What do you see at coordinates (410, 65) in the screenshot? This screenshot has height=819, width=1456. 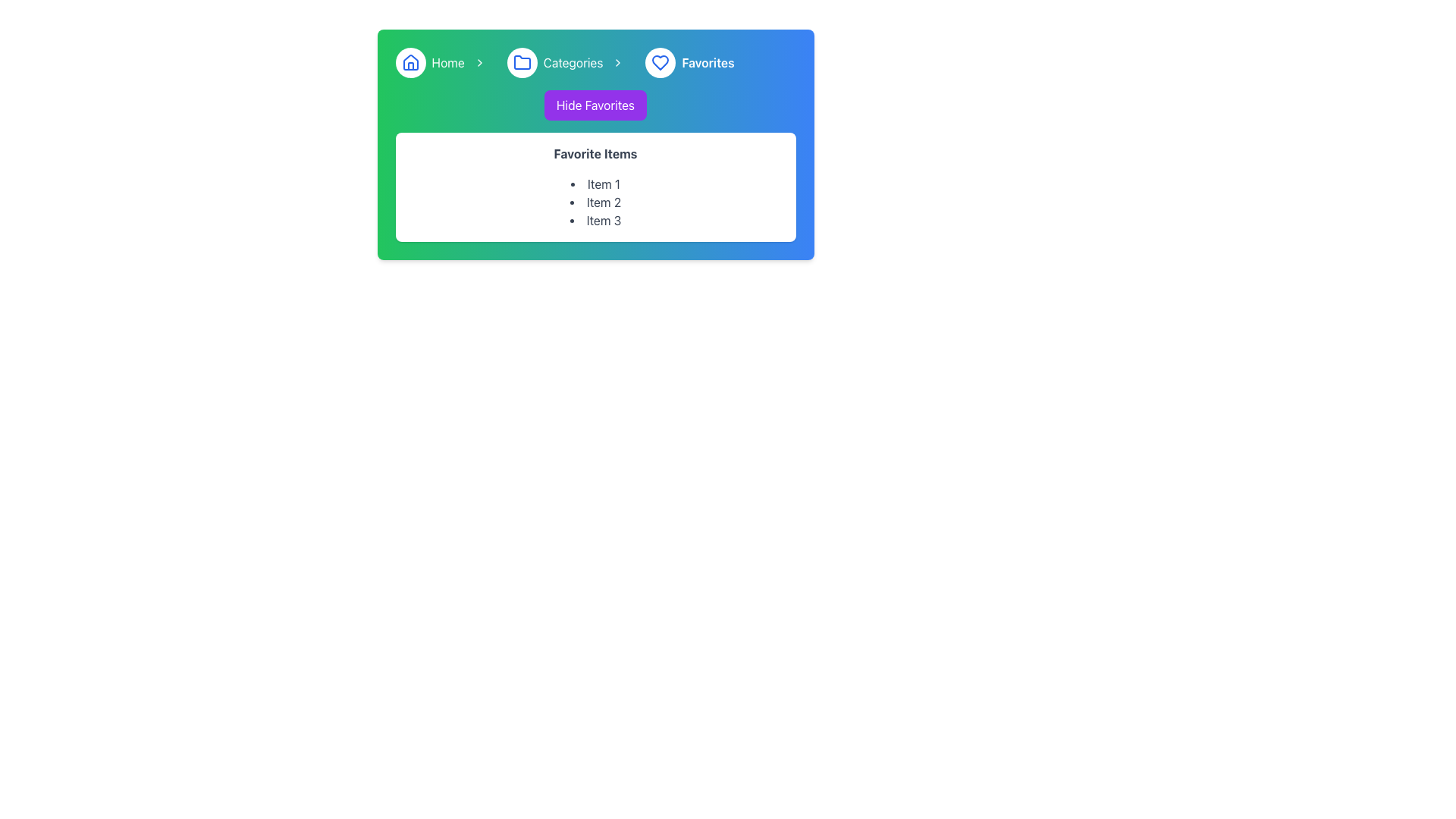 I see `the door-shaped graphical element located inside the house icon in the top-left corner of the interface` at bounding box center [410, 65].